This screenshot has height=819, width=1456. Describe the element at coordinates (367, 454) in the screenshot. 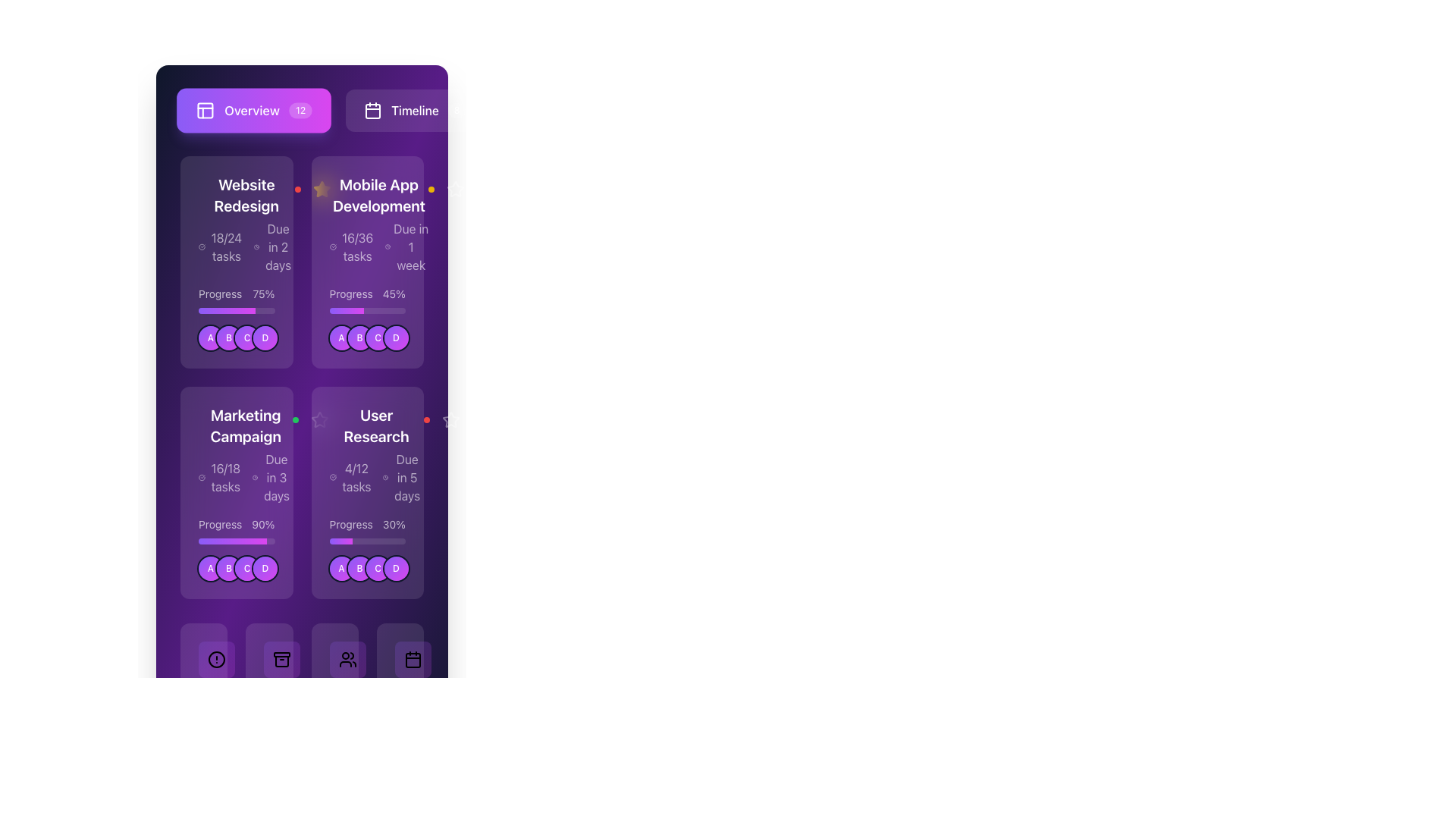

I see `the 'User Research' card located in the third column of the second row of the grid layout to reveal more options` at that location.